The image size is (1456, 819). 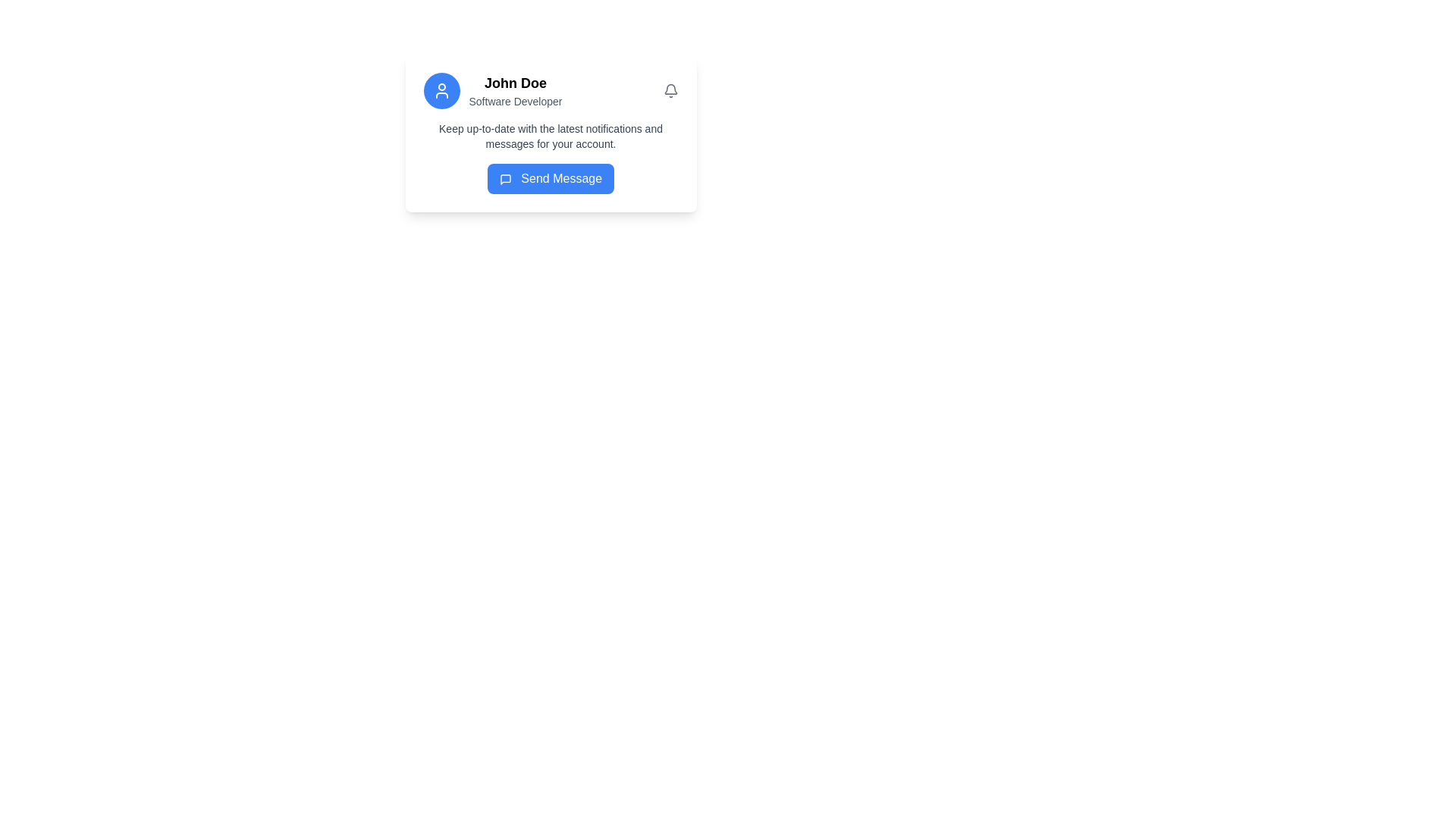 I want to click on the 'Send Message' button located below the descriptive text stating, 'Keep up-to-date with the latest notifications and messages for your account.', so click(x=550, y=158).